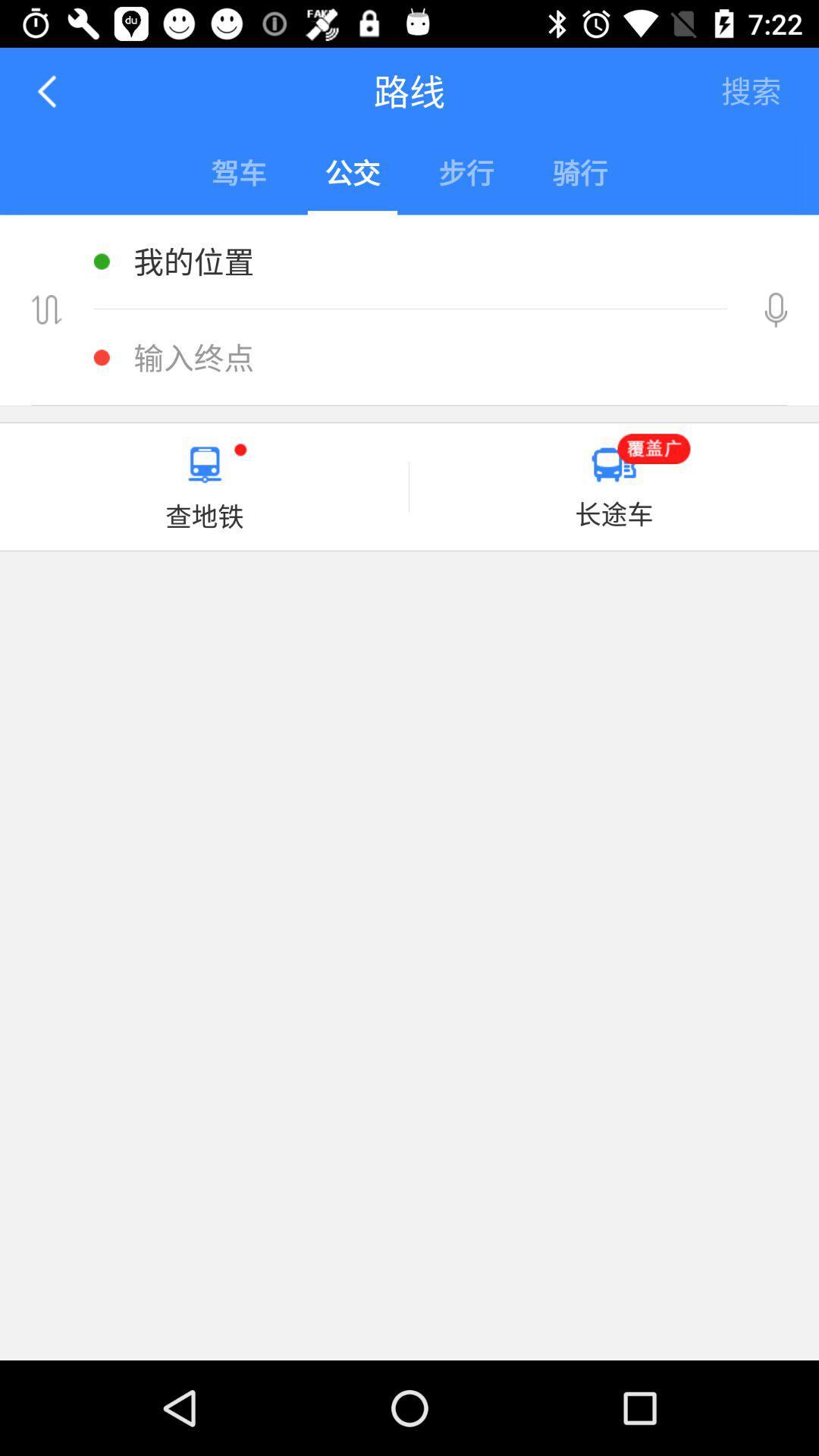 This screenshot has width=819, height=1456. I want to click on the blue colour bus symbol, so click(613, 464).